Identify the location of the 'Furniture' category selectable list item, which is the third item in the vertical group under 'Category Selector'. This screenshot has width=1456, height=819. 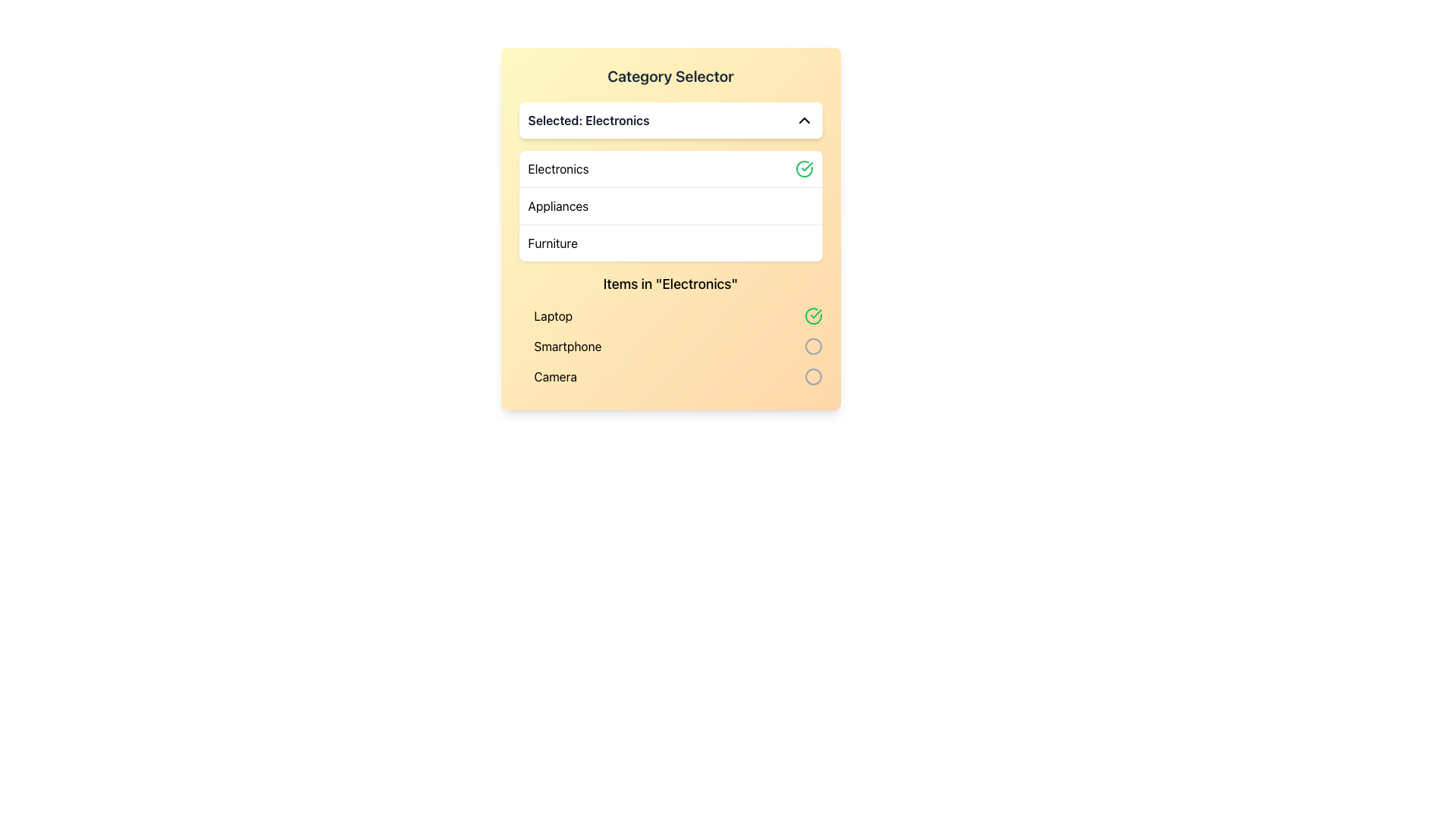
(670, 242).